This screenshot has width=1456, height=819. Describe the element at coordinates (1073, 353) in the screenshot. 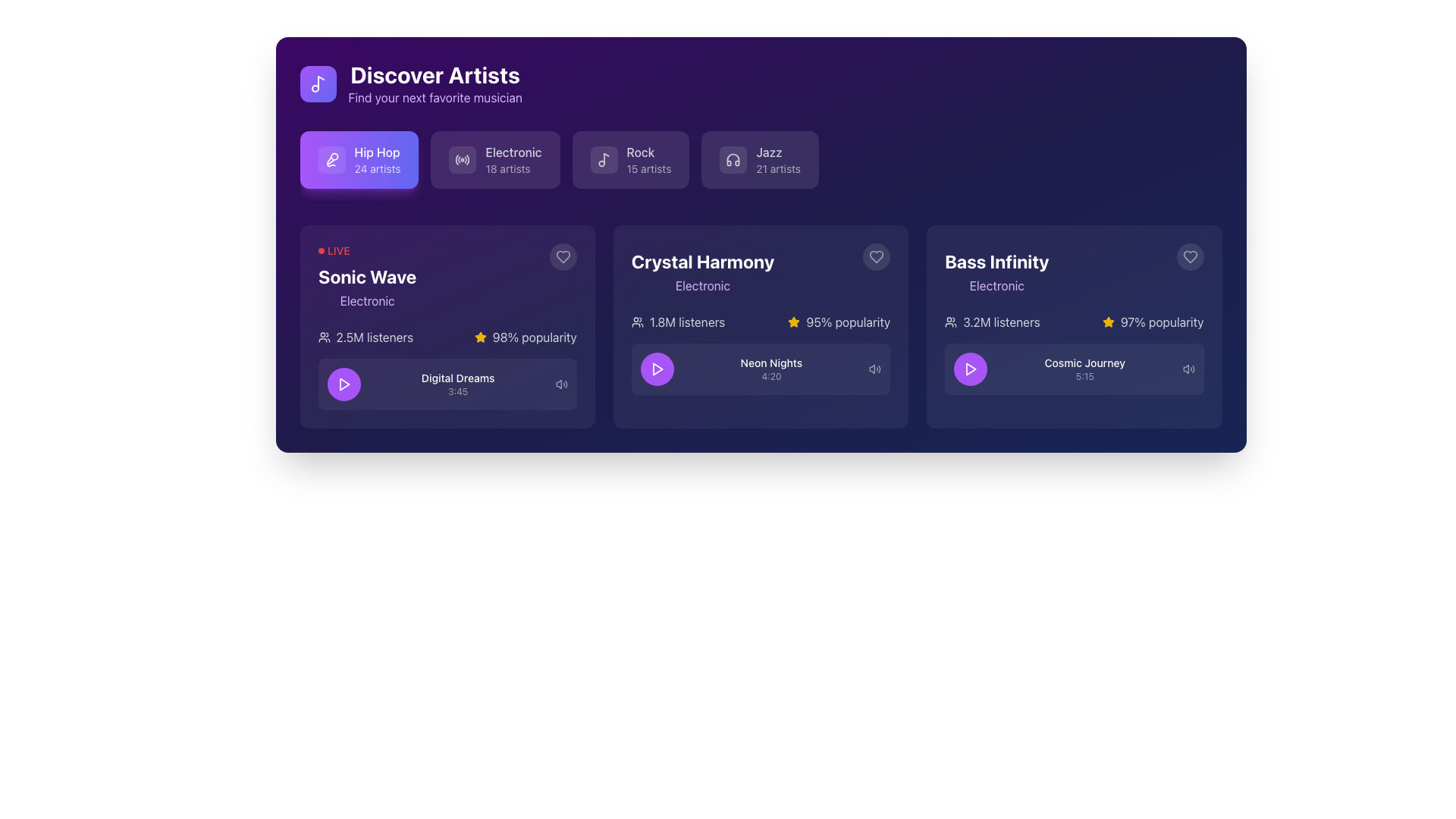

I see `the 'Cosmic Journey' display component, which shows the title in bold white font and the time '5:15' in gray text, located at the bottom center of the last card under the 'Bass Infinity' heading` at that location.